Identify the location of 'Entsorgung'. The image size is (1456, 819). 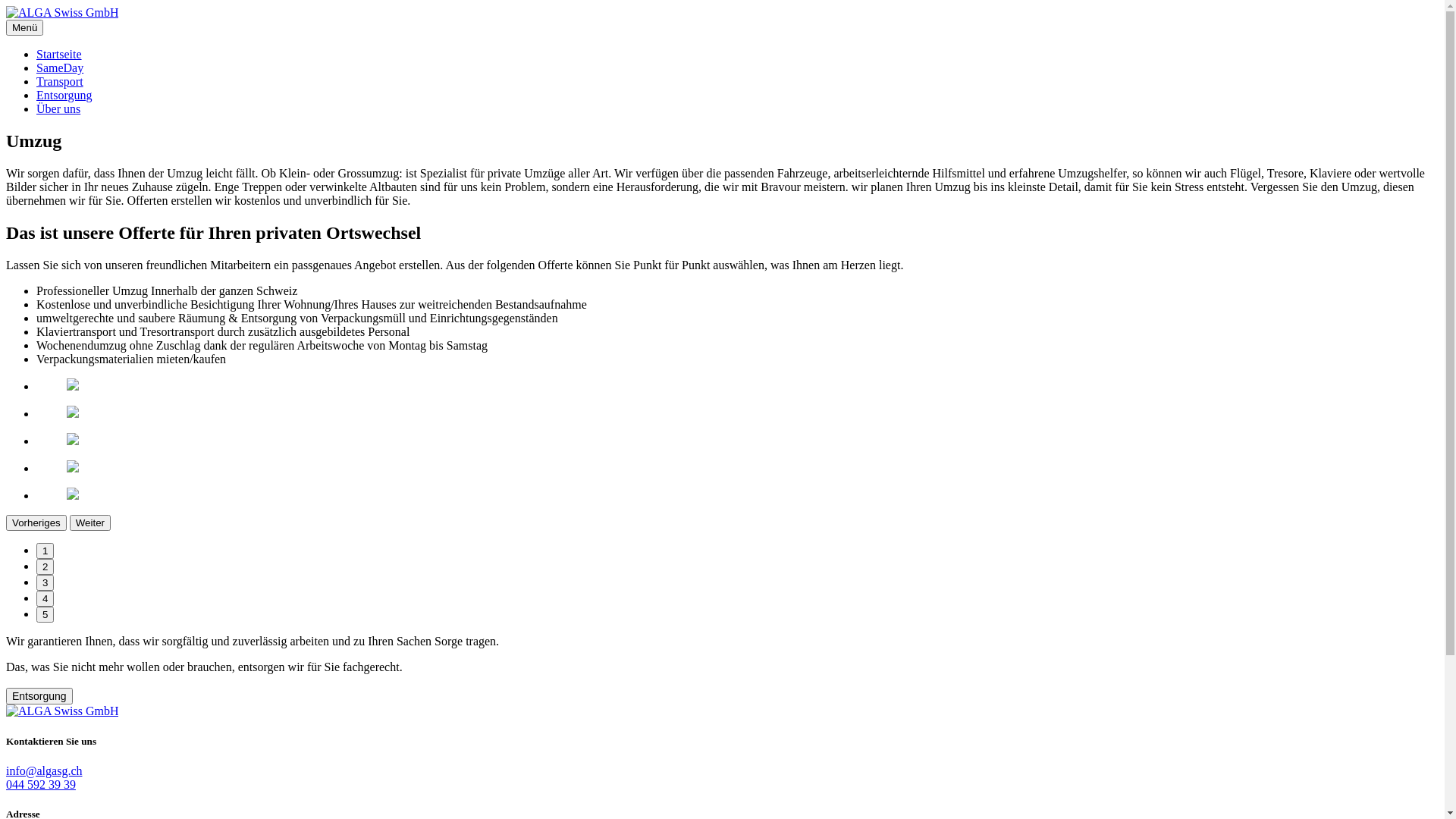
(63, 95).